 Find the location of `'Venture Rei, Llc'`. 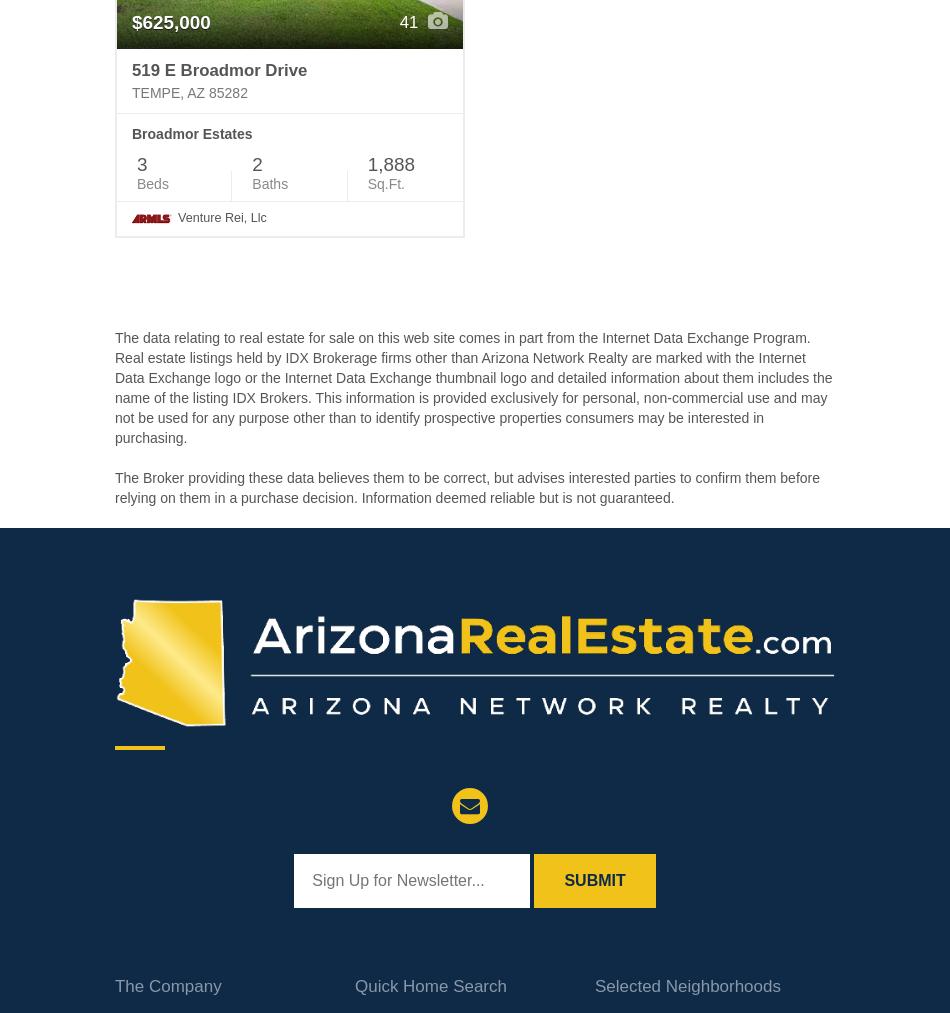

'Venture Rei, Llc' is located at coordinates (222, 215).